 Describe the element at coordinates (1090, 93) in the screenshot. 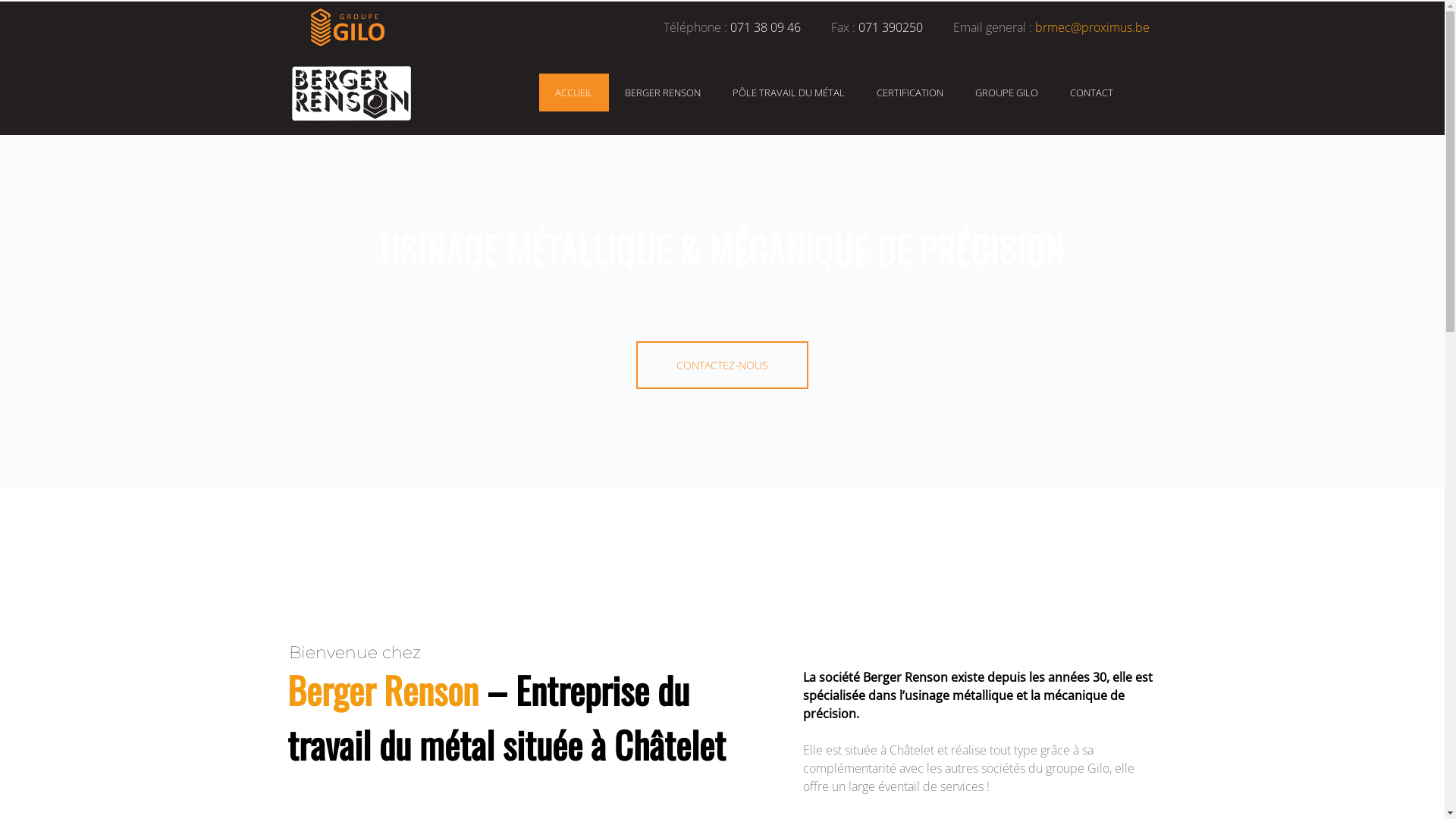

I see `'CONTACT'` at that location.